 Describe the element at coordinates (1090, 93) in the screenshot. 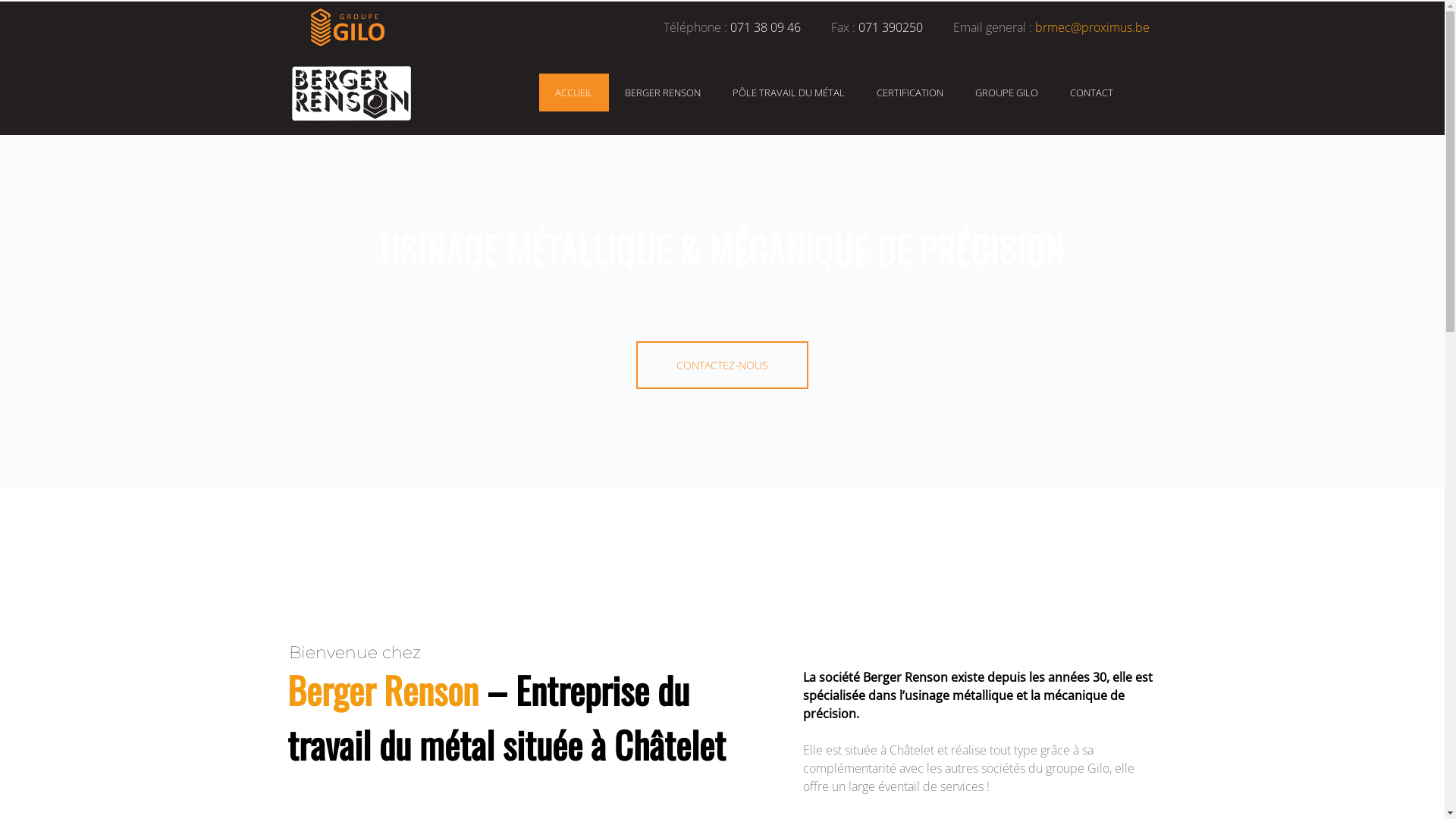

I see `'CONTACT'` at that location.